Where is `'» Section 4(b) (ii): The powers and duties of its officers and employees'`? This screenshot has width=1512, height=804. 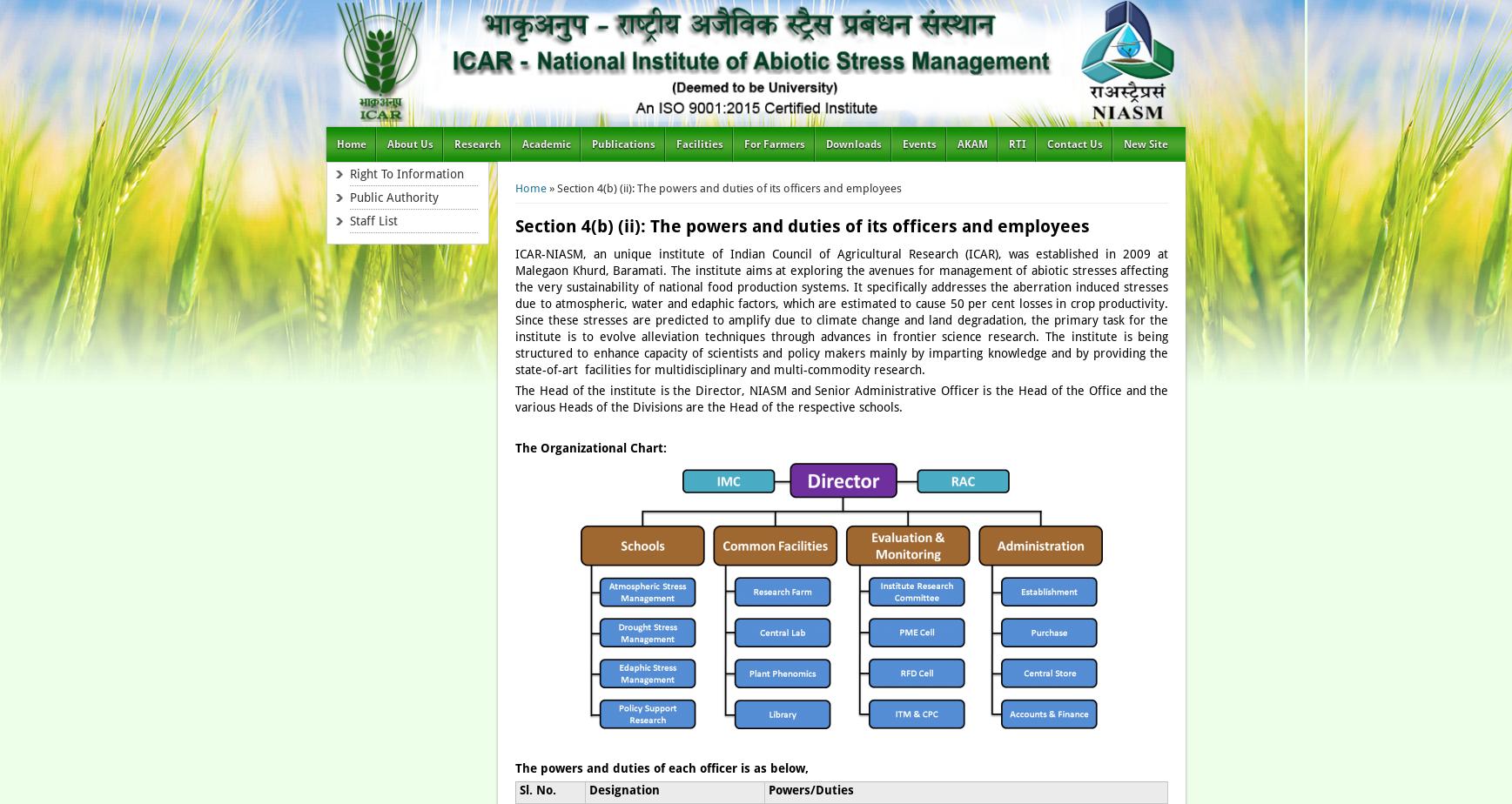 '» Section 4(b) (ii): The powers and duties of its officers and employees' is located at coordinates (723, 187).